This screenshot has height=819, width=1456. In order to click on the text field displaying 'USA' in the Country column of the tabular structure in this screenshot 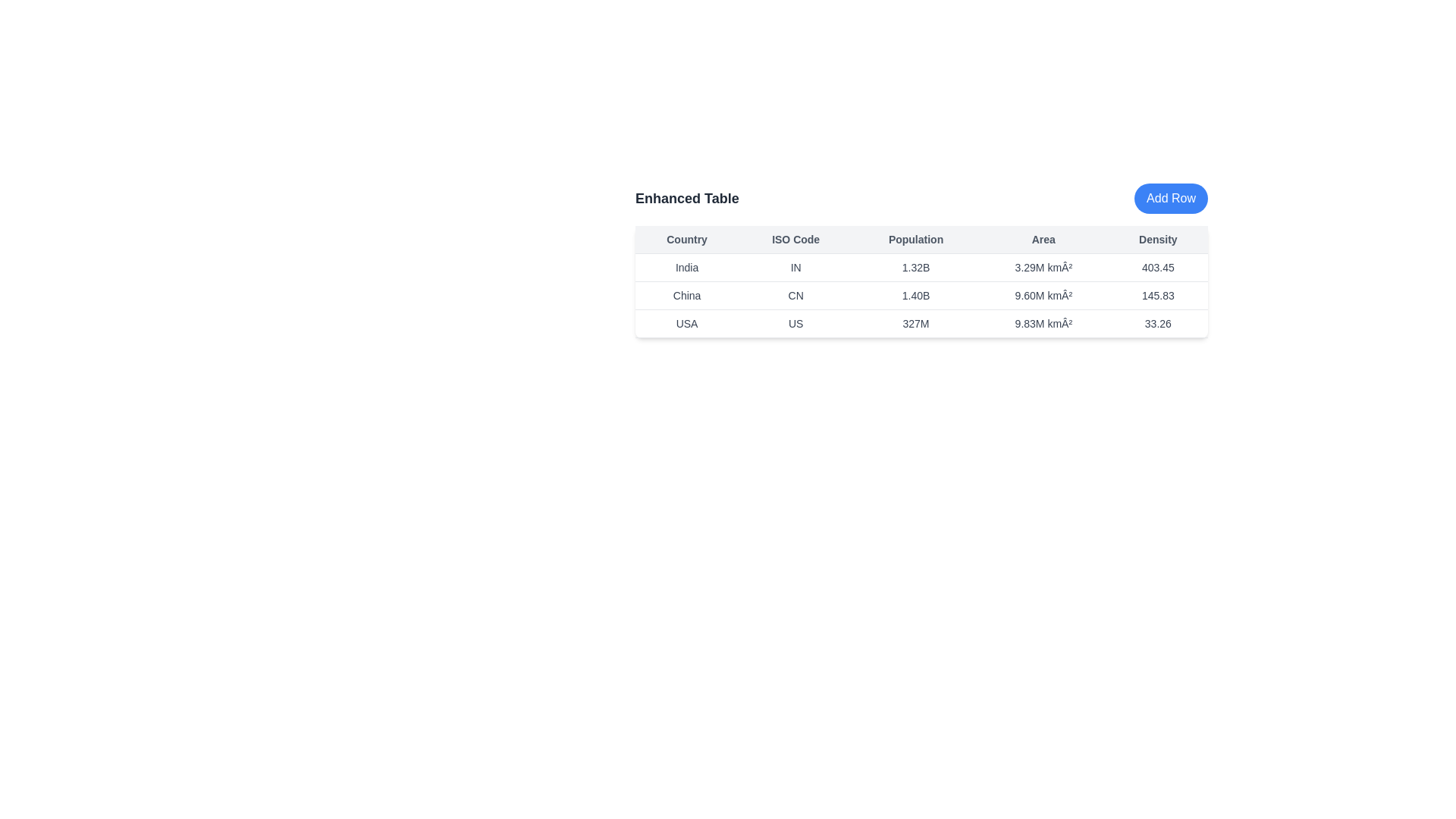, I will do `click(686, 323)`.